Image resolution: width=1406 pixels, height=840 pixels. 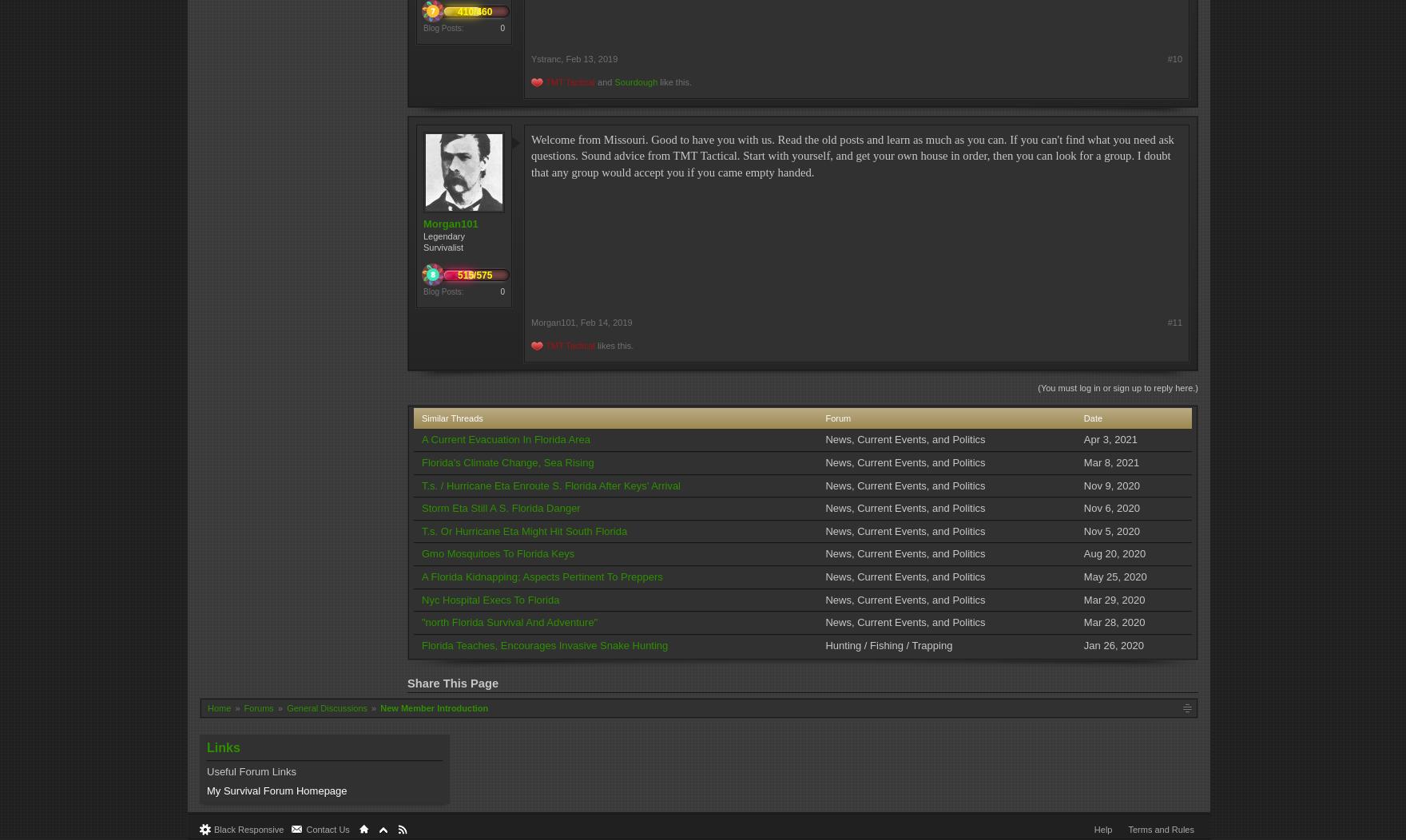 What do you see at coordinates (507, 461) in the screenshot?
I see `'Florida's Climate Change, Sea Rising'` at bounding box center [507, 461].